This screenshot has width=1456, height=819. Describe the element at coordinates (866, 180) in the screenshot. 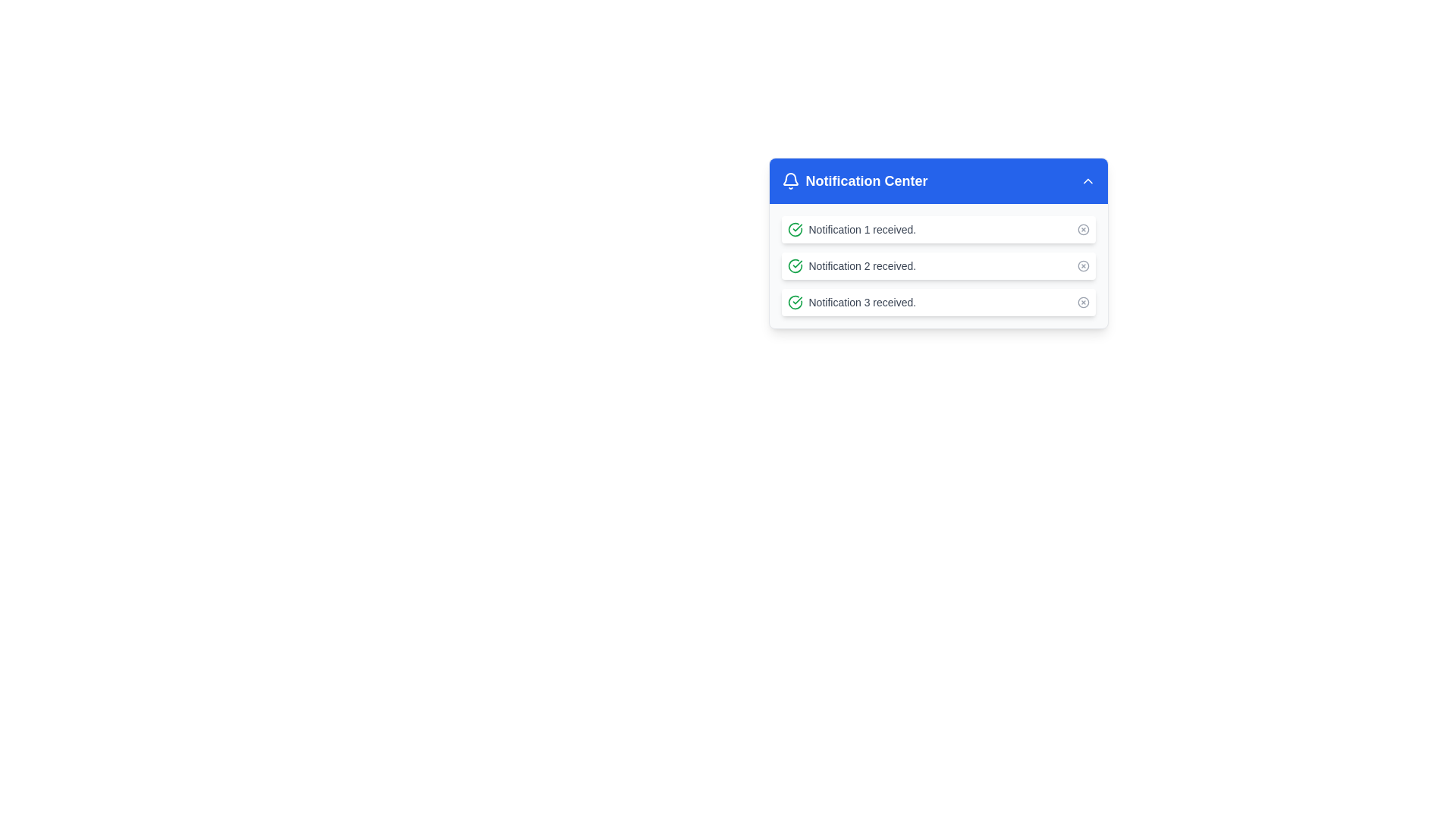

I see `the 'Notification Center' text label, which serves as the title of the notification section, located next to the left-side icon` at that location.